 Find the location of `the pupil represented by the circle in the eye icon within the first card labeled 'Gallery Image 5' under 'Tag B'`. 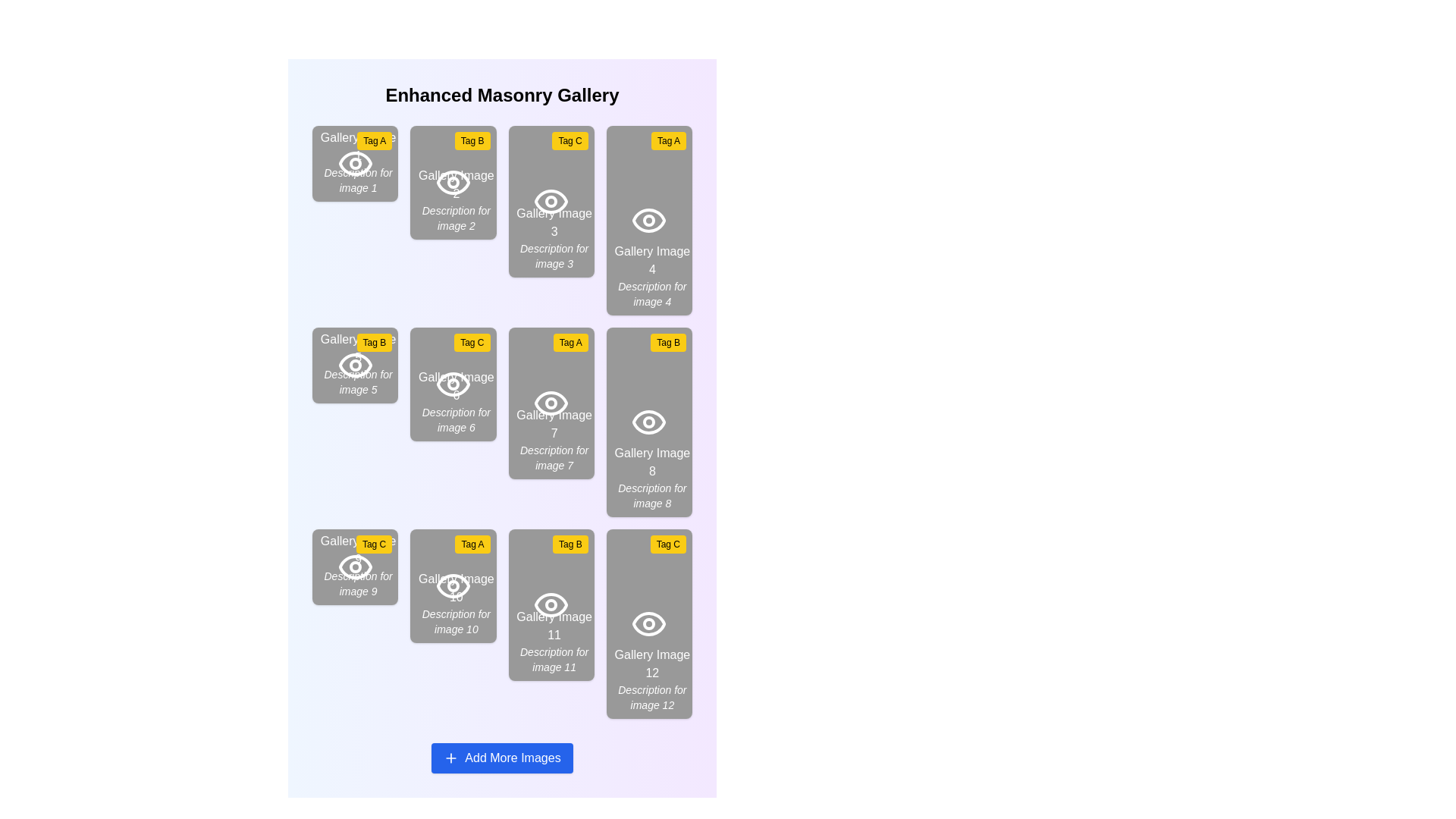

the pupil represented by the circle in the eye icon within the first card labeled 'Gallery Image 5' under 'Tag B' is located at coordinates (354, 366).